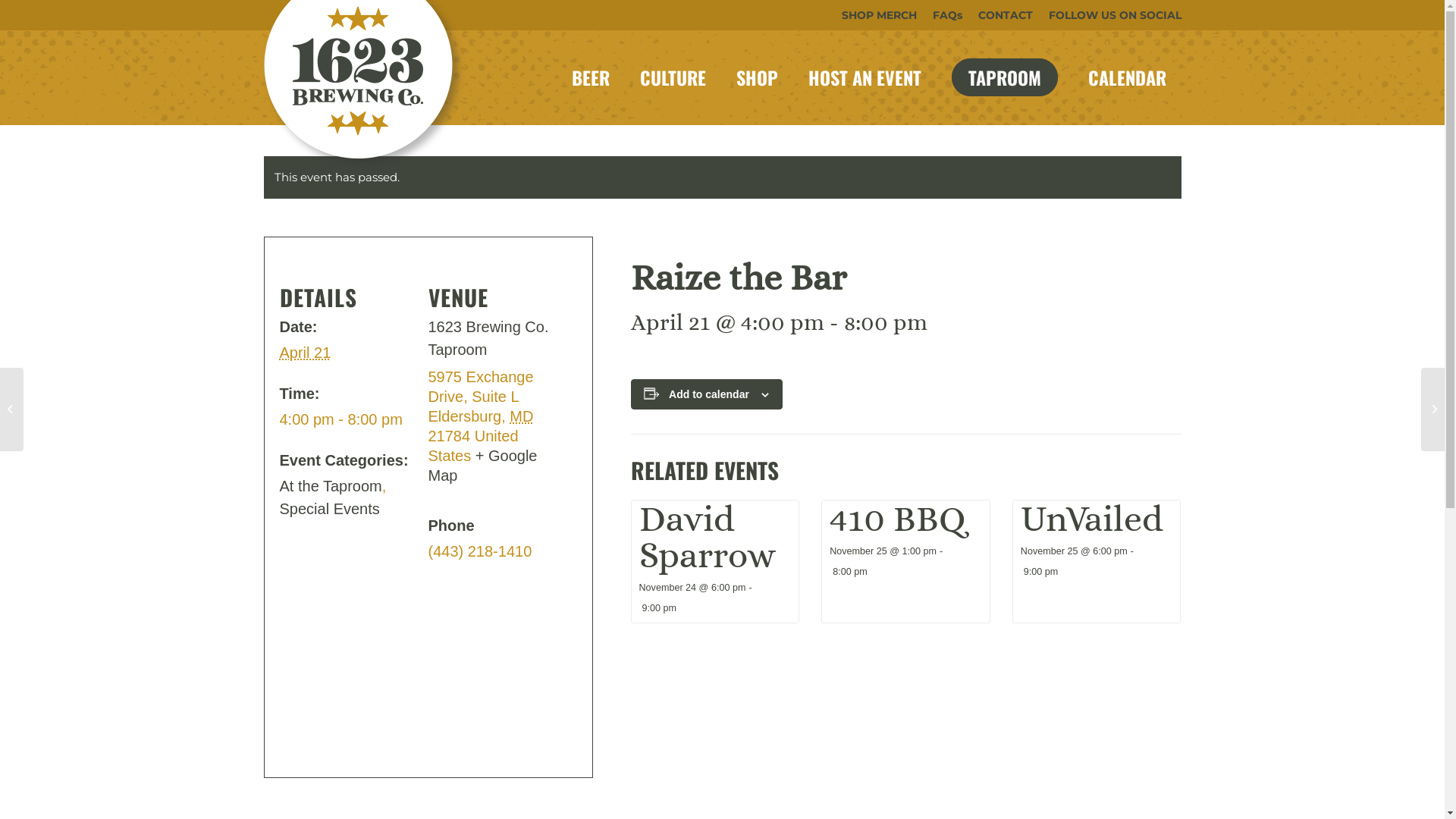  I want to click on 'SHOP MERCH', so click(879, 14).